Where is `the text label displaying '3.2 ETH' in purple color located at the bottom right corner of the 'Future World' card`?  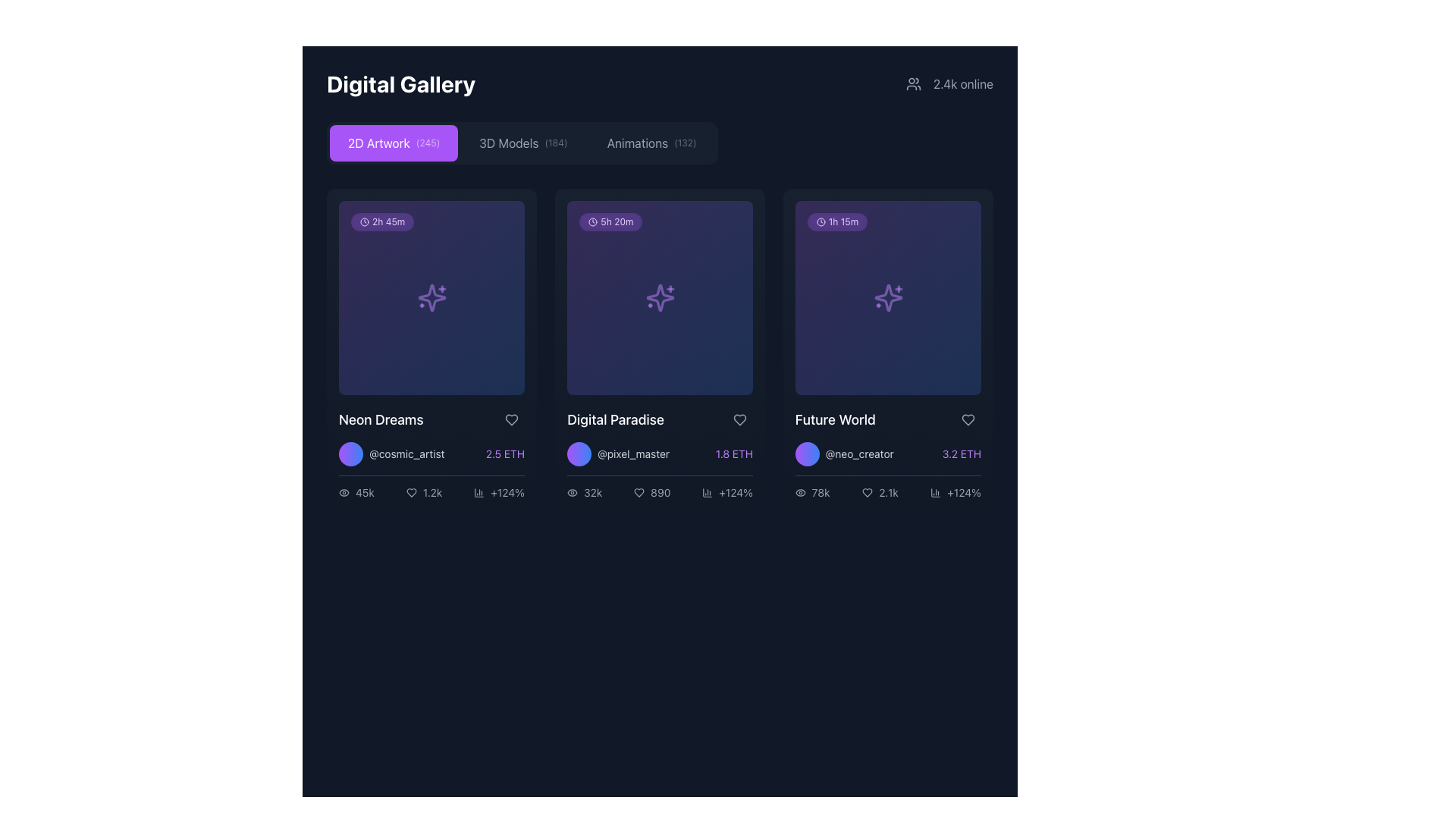 the text label displaying '3.2 ETH' in purple color located at the bottom right corner of the 'Future World' card is located at coordinates (961, 453).